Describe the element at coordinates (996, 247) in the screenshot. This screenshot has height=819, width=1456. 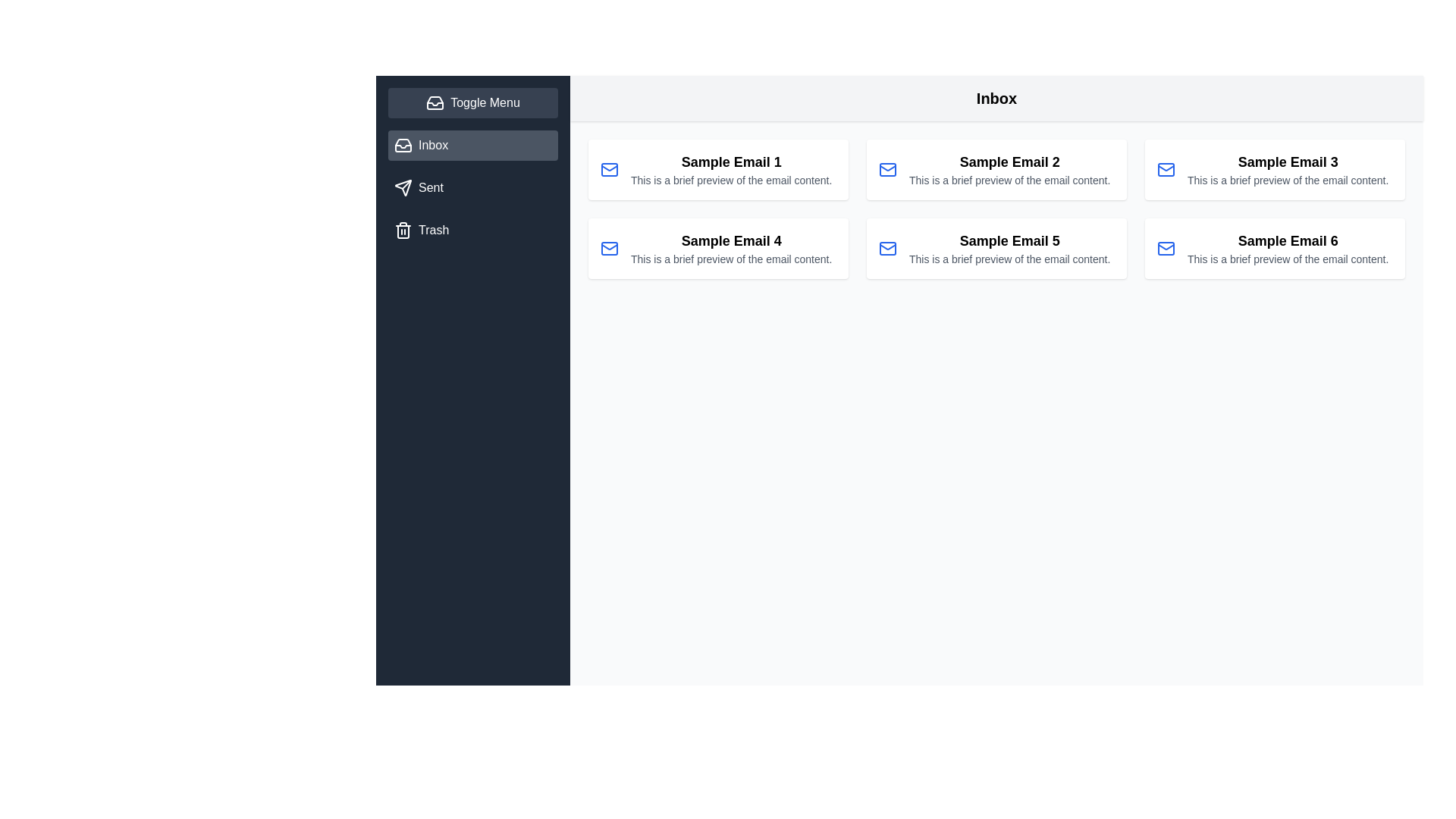
I see `the Interactive Card or Email Preview located` at that location.